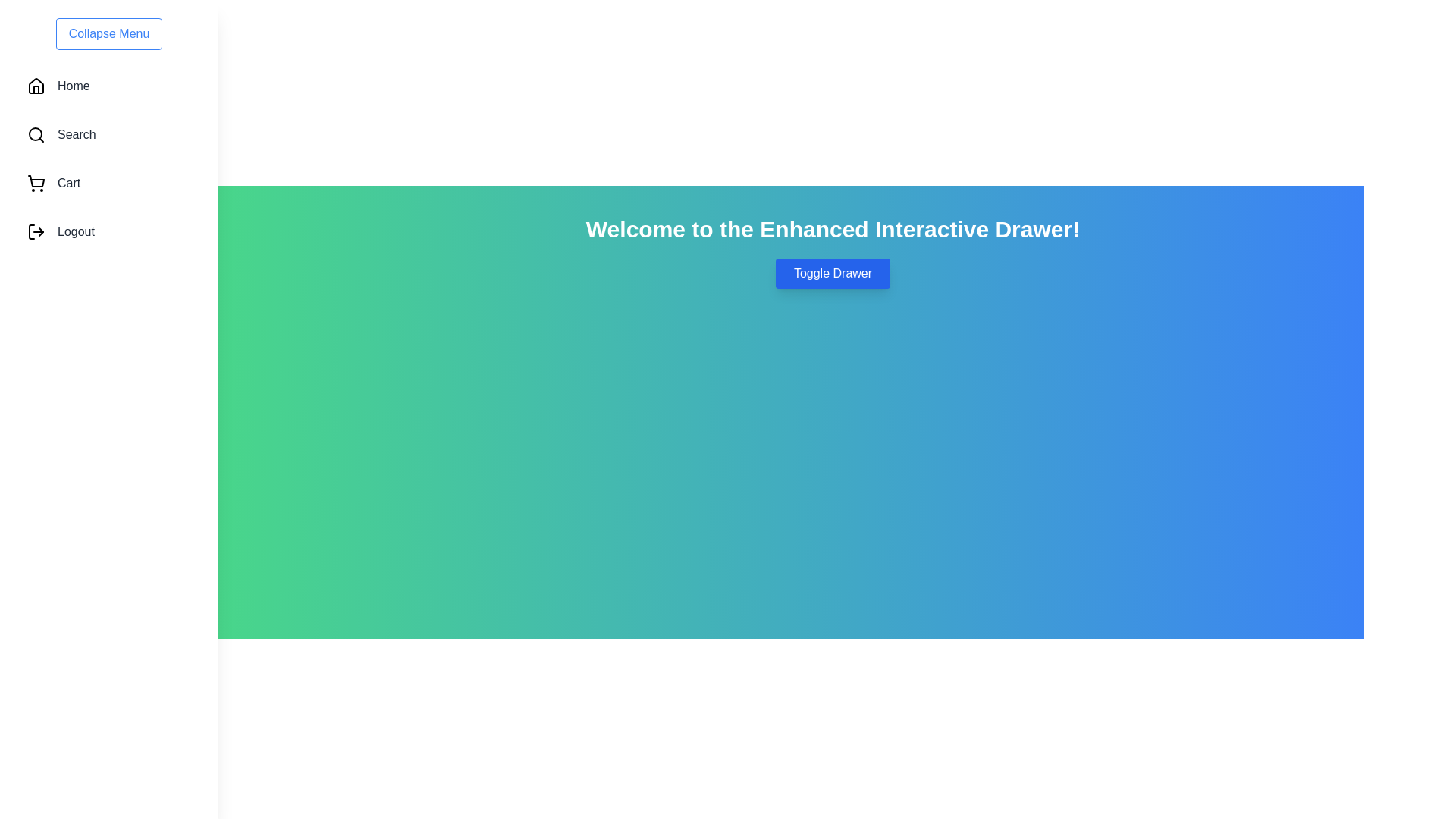 The height and width of the screenshot is (819, 1456). Describe the element at coordinates (108, 231) in the screenshot. I see `the 'Logout' menu item to select it` at that location.